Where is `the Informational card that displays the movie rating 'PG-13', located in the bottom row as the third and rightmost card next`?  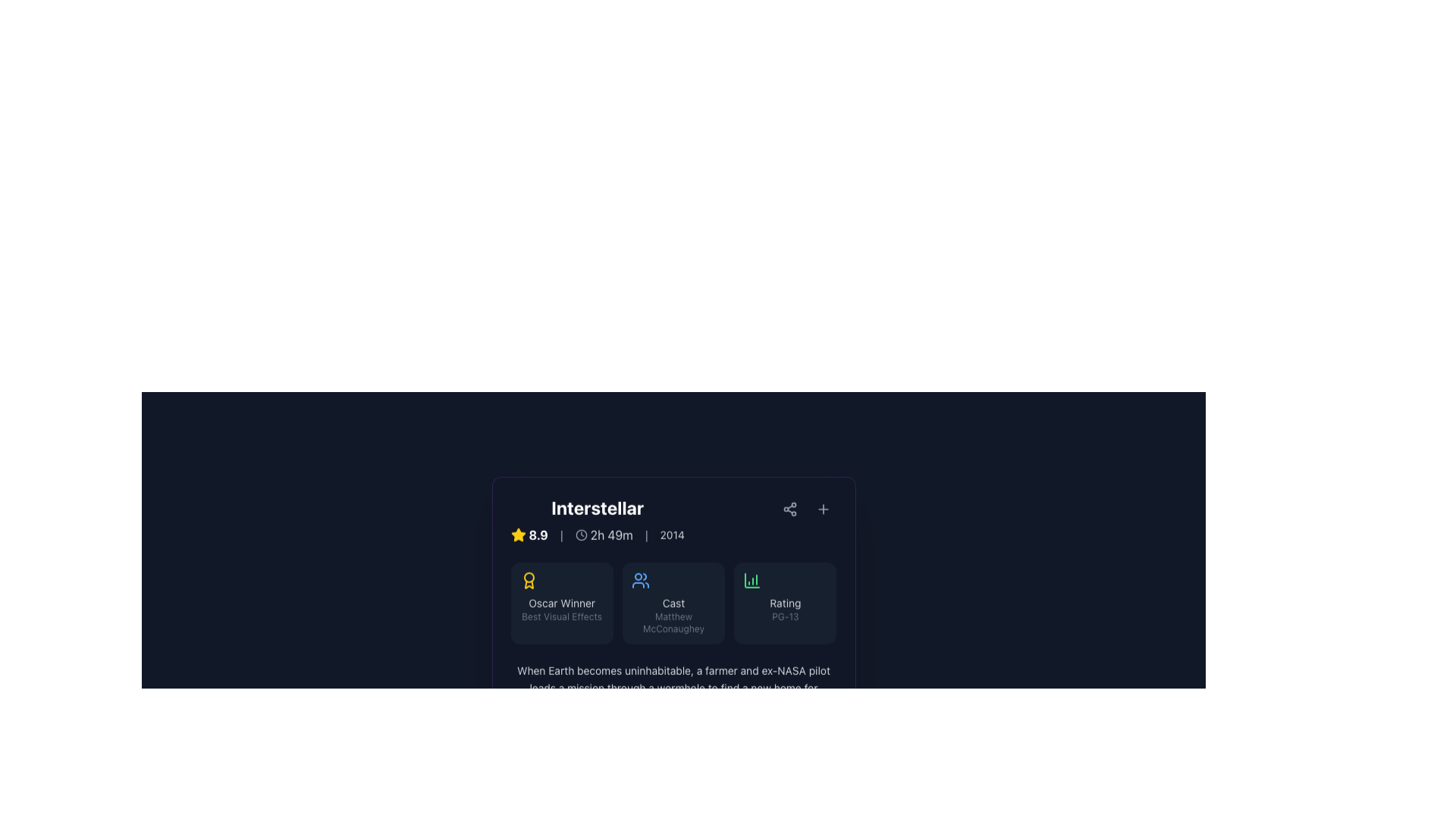
the Informational card that displays the movie rating 'PG-13', located in the bottom row as the third and rightmost card next is located at coordinates (785, 602).